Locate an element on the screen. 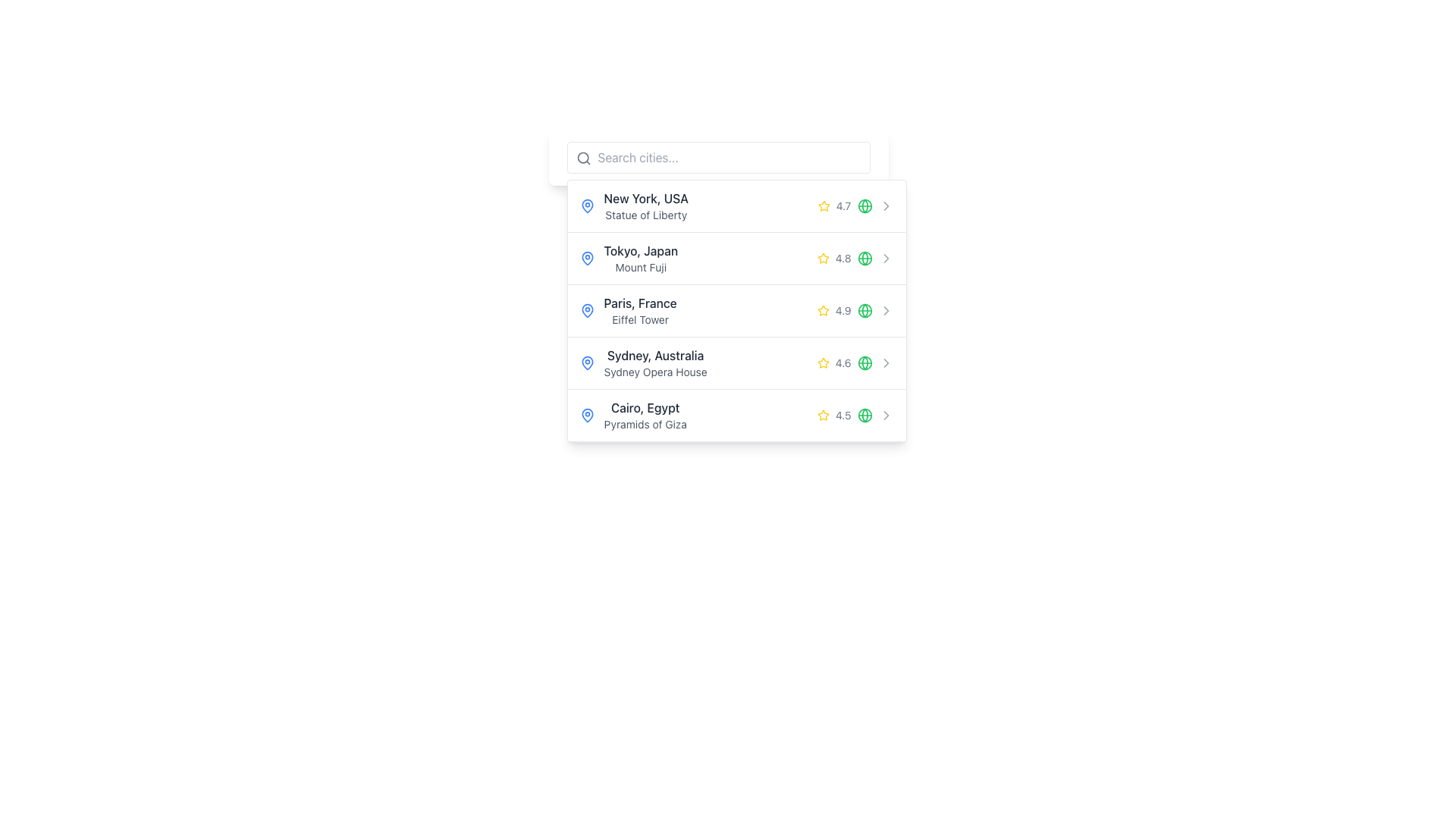 Image resolution: width=1456 pixels, height=819 pixels. the yellow star-shaped icon indicating a rating feature located to the left of the rating value '4.5' for 'Cairo, Egypt' is located at coordinates (823, 415).